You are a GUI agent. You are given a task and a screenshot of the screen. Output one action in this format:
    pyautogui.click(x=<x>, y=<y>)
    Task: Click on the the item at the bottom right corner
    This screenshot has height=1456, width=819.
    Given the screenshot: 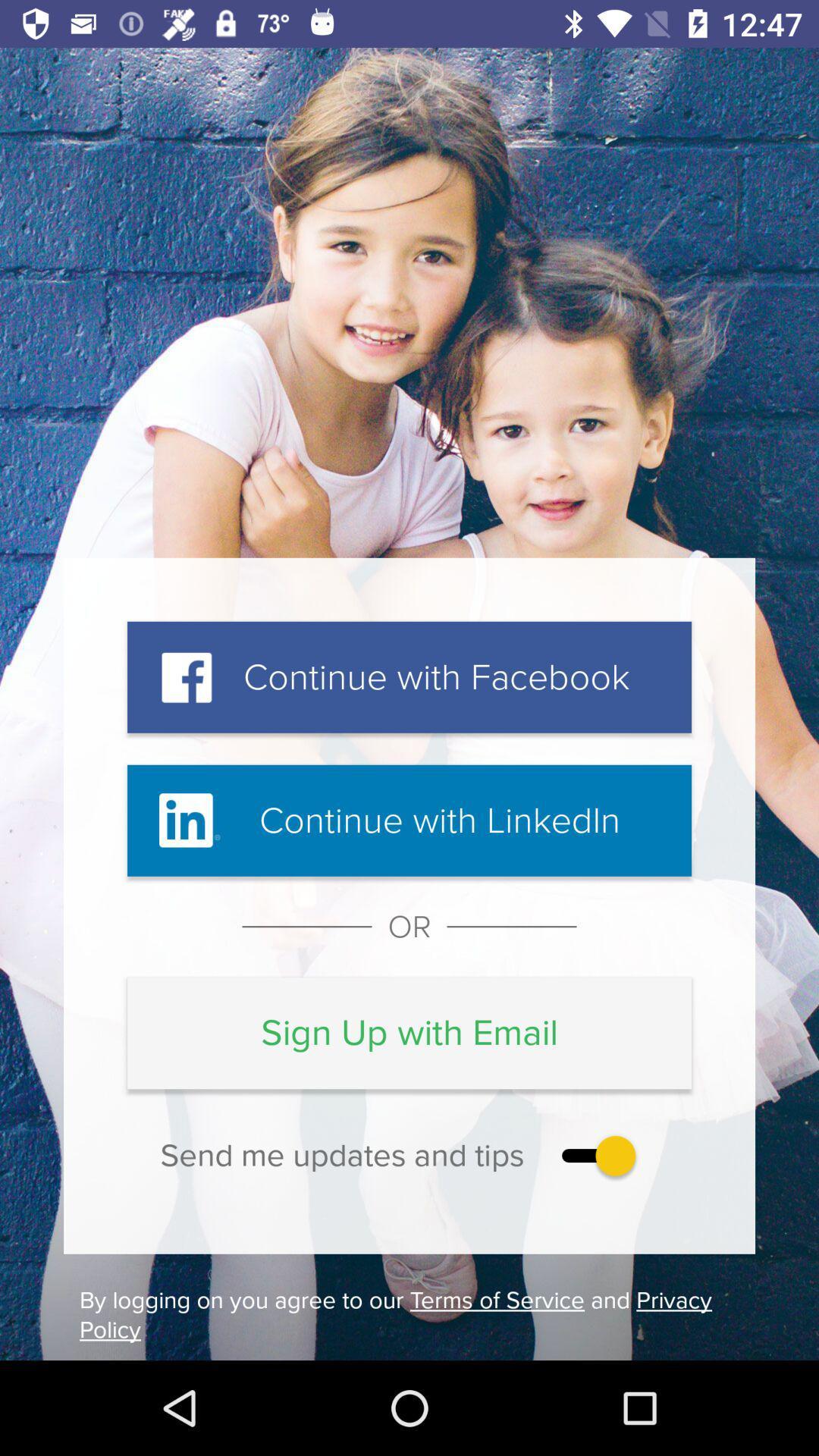 What is the action you would take?
    pyautogui.click(x=595, y=1155)
    